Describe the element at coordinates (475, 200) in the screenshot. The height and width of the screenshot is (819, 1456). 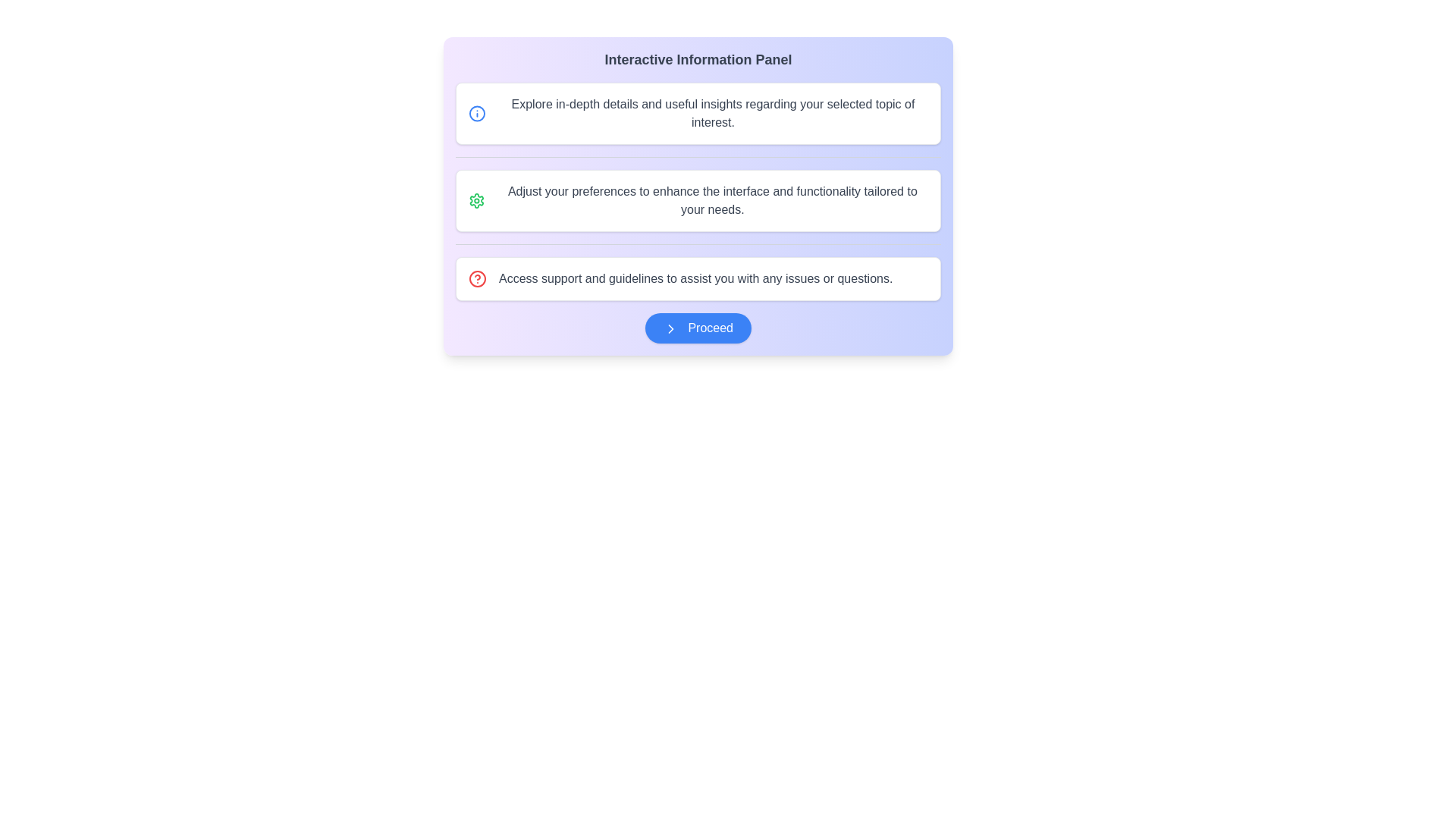
I see `the settings icon located in the second option panel, positioned to the left of the text 'Adjust your preferences to enhance the interface and functionality tailored to your needs.'` at that location.